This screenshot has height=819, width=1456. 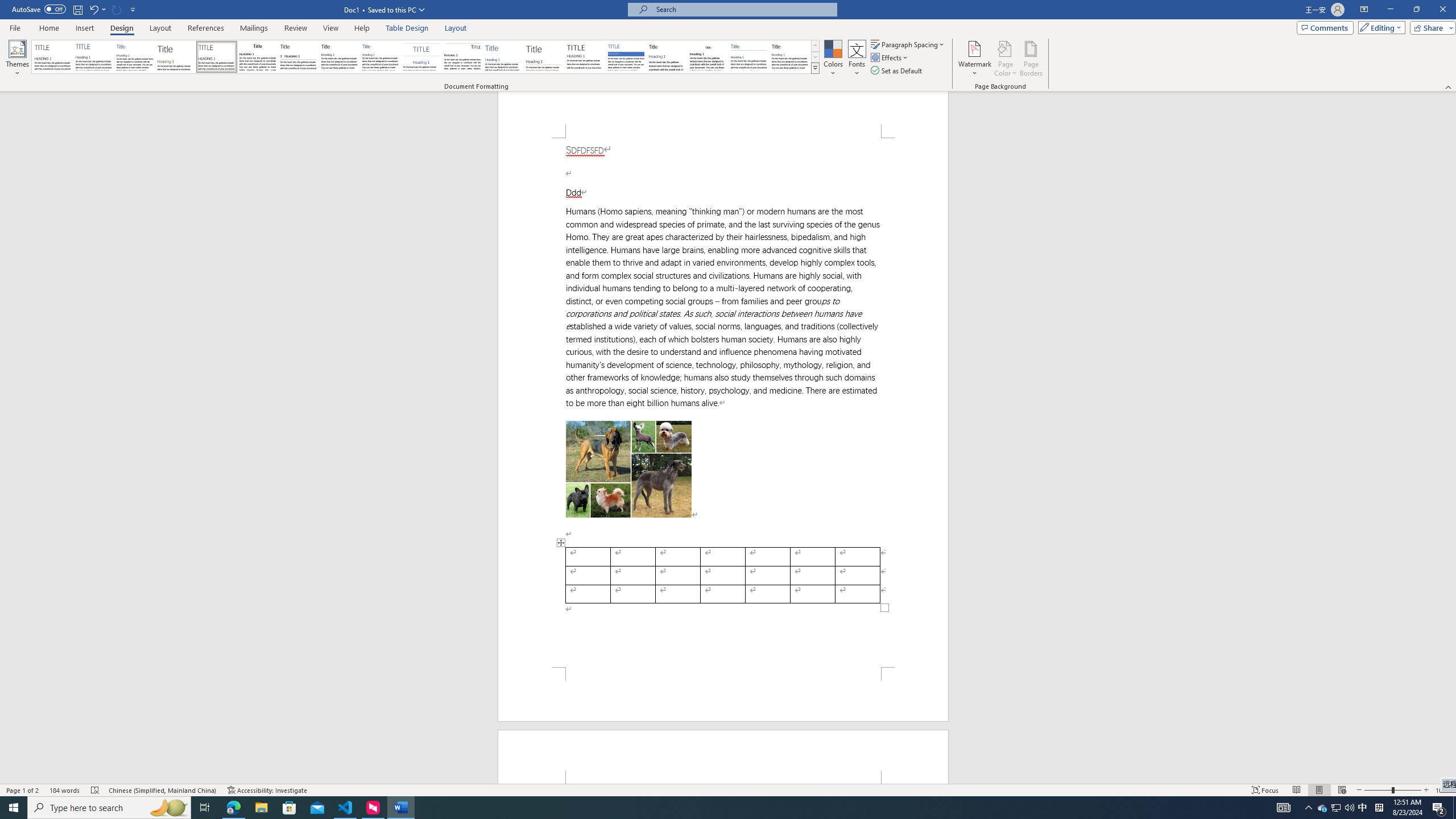 What do you see at coordinates (14, 27) in the screenshot?
I see `'File Tab'` at bounding box center [14, 27].